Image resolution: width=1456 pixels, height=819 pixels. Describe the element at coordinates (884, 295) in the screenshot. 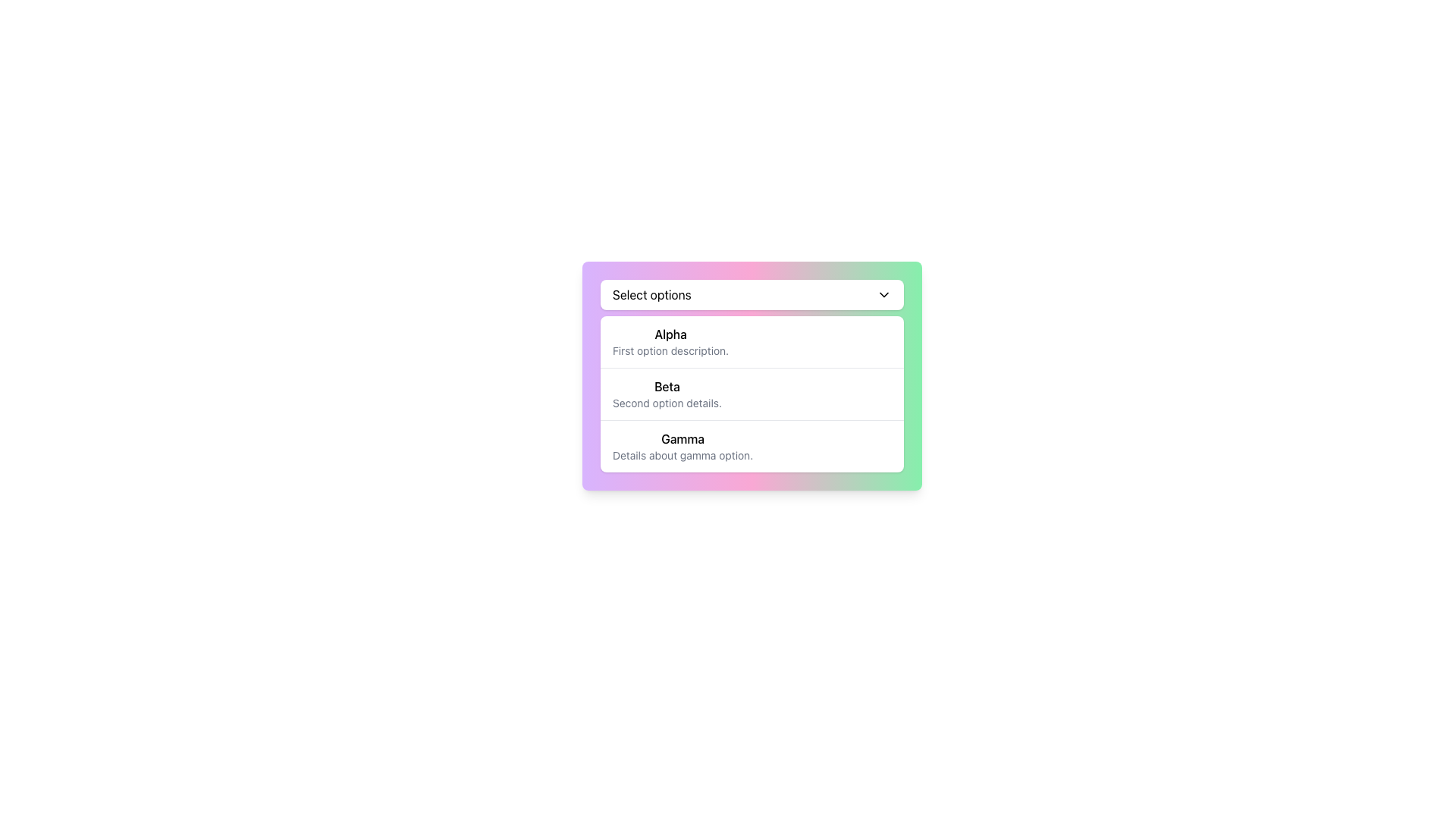

I see `the downward-pointing triangle icon located at the rightmost side of the 'Select options' dropdown` at that location.